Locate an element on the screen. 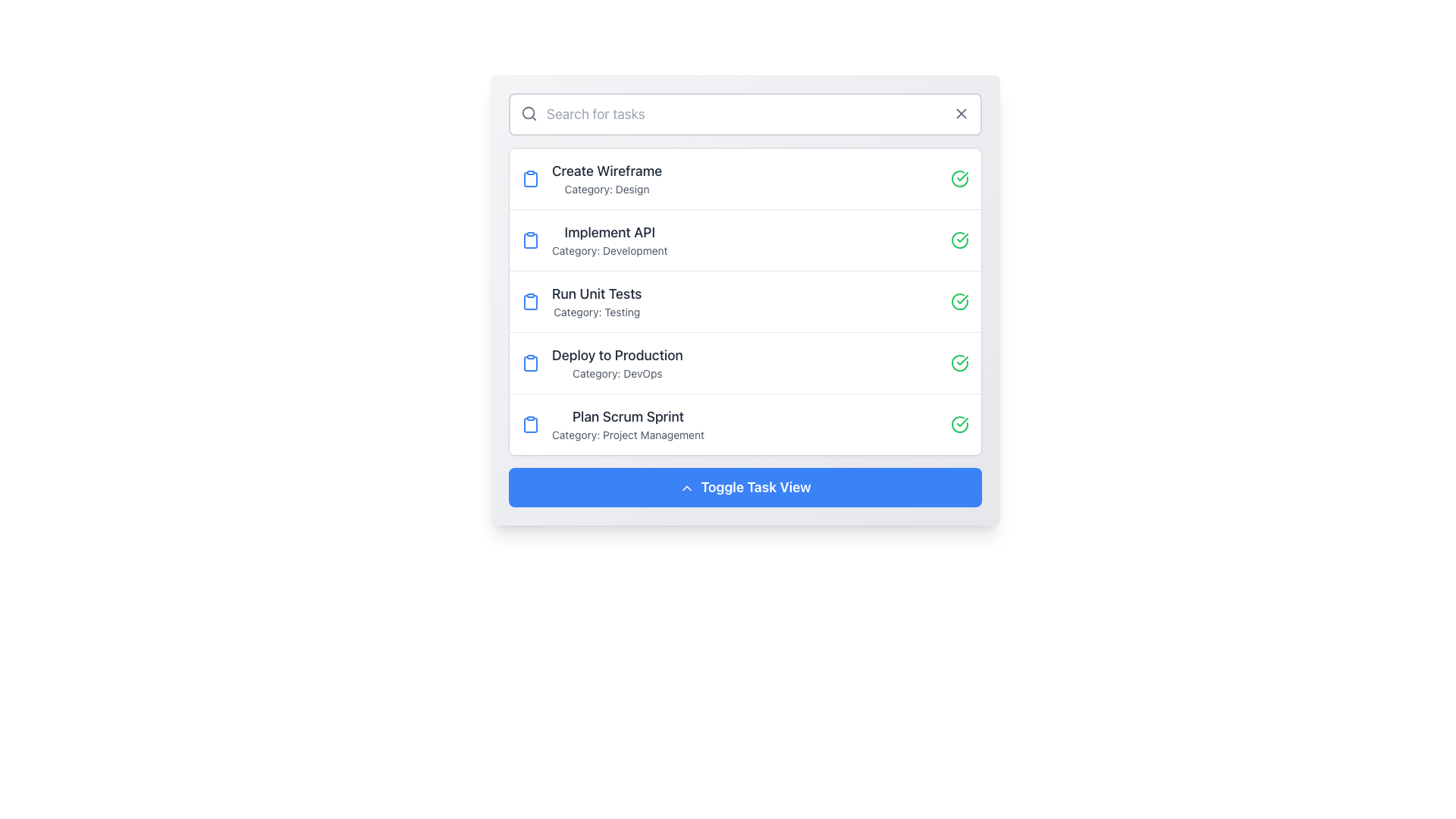  the search icon, which is represented as a light gray magnifying glass located at the far left of the search bar is located at coordinates (529, 113).